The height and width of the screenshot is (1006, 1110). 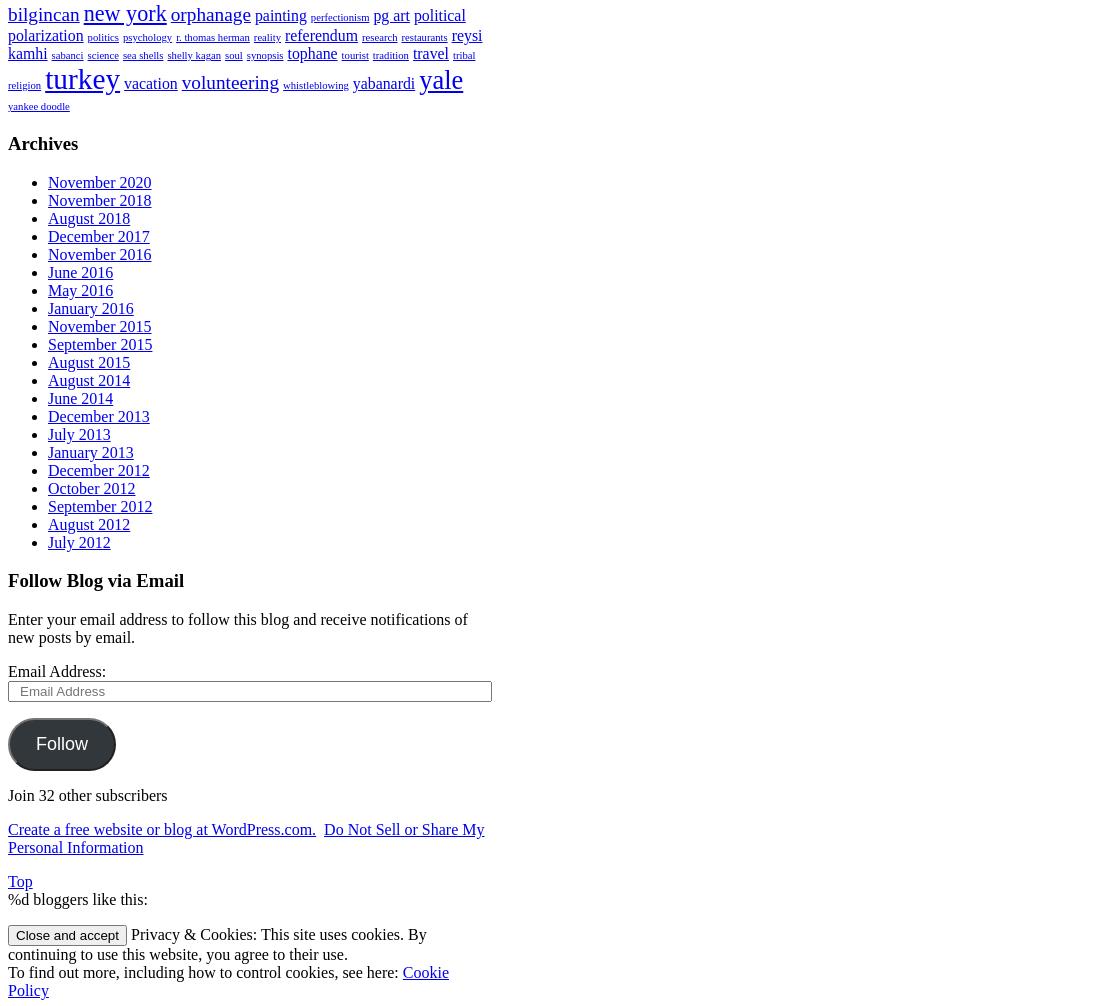 I want to click on 'reysi kamhi', so click(x=244, y=44).